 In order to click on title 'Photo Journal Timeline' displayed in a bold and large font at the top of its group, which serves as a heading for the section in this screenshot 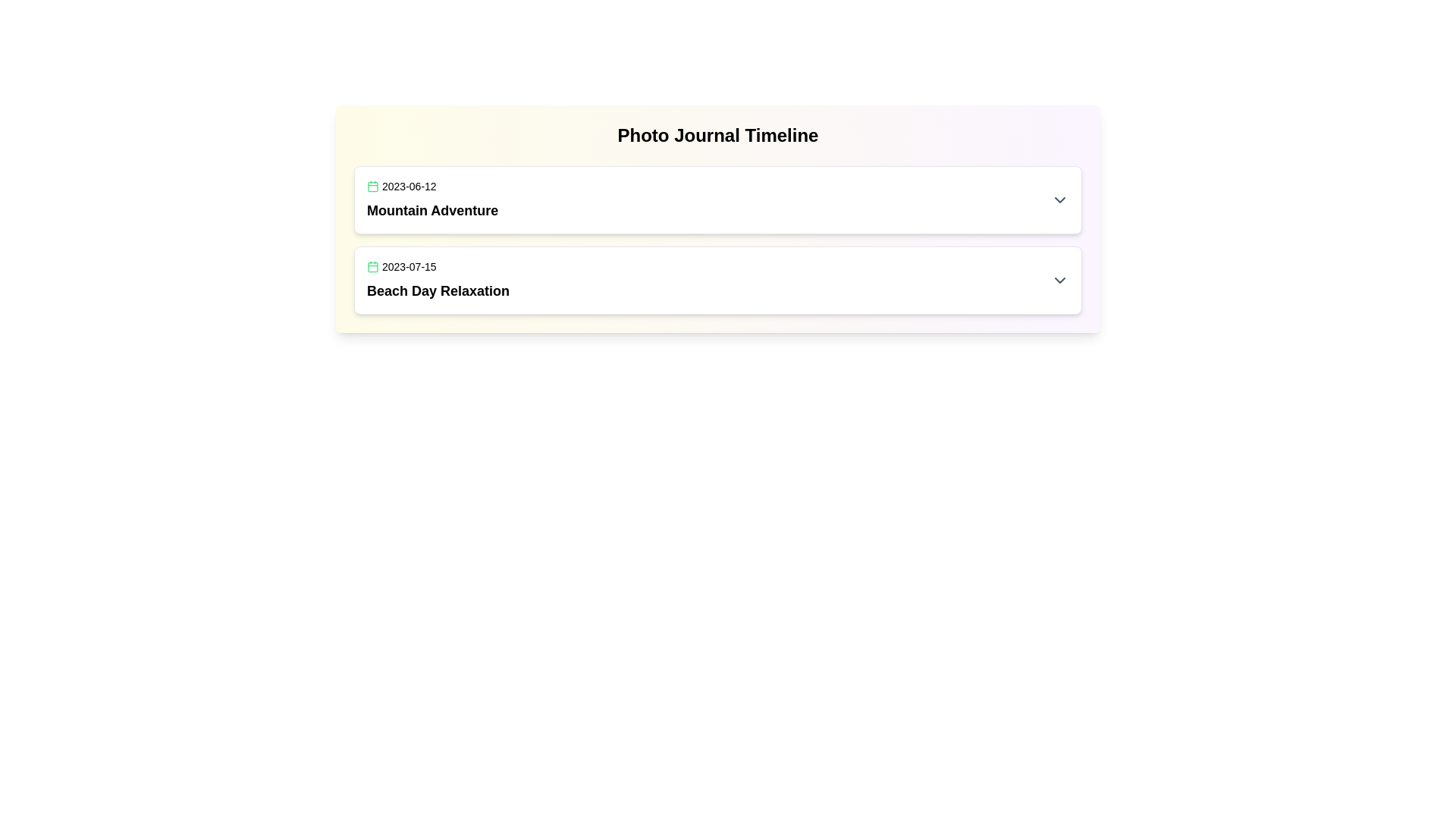, I will do `click(717, 134)`.